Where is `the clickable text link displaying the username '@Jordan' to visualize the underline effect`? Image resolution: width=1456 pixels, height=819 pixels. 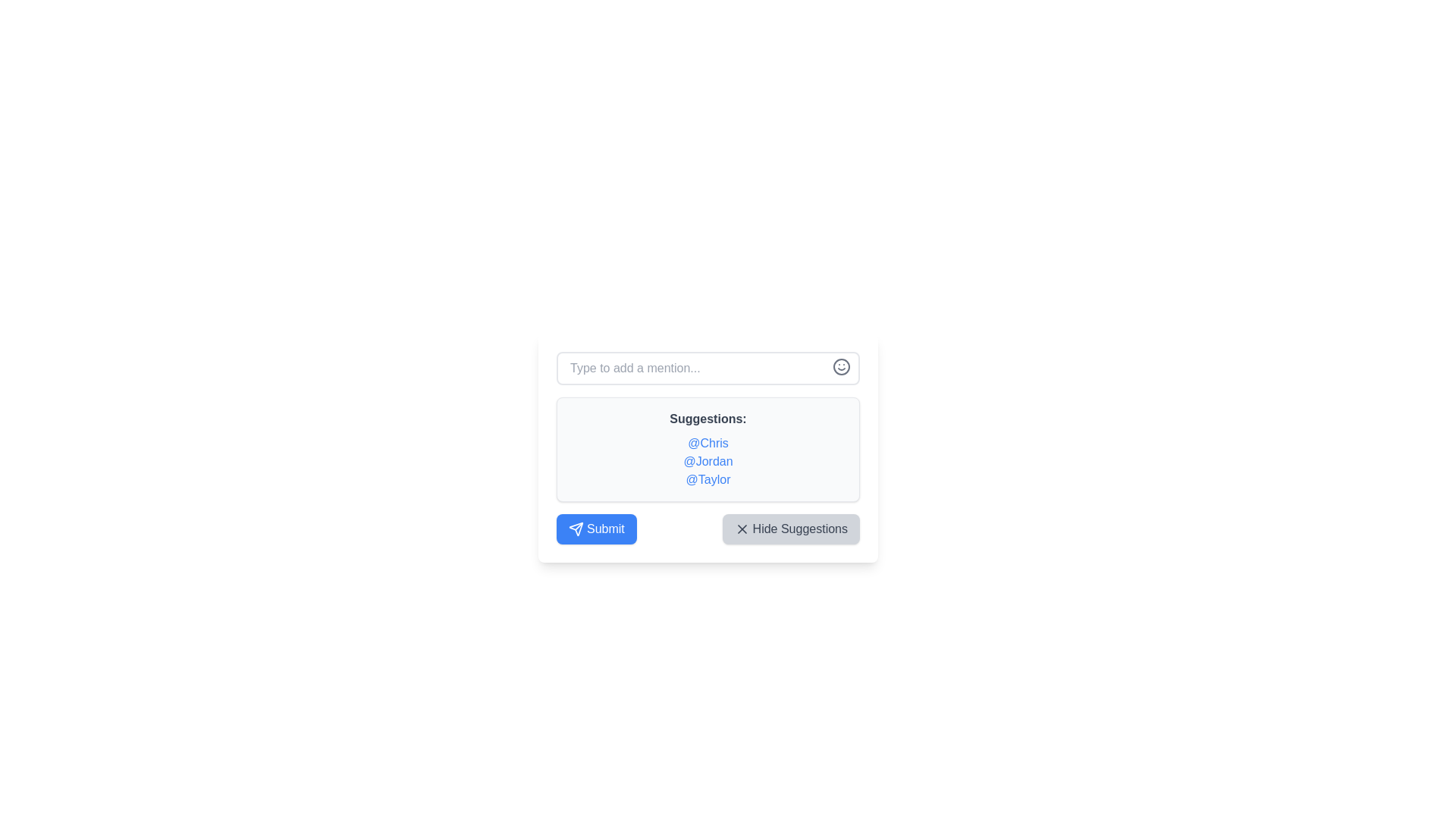
the clickable text link displaying the username '@Jordan' to visualize the underline effect is located at coordinates (708, 461).